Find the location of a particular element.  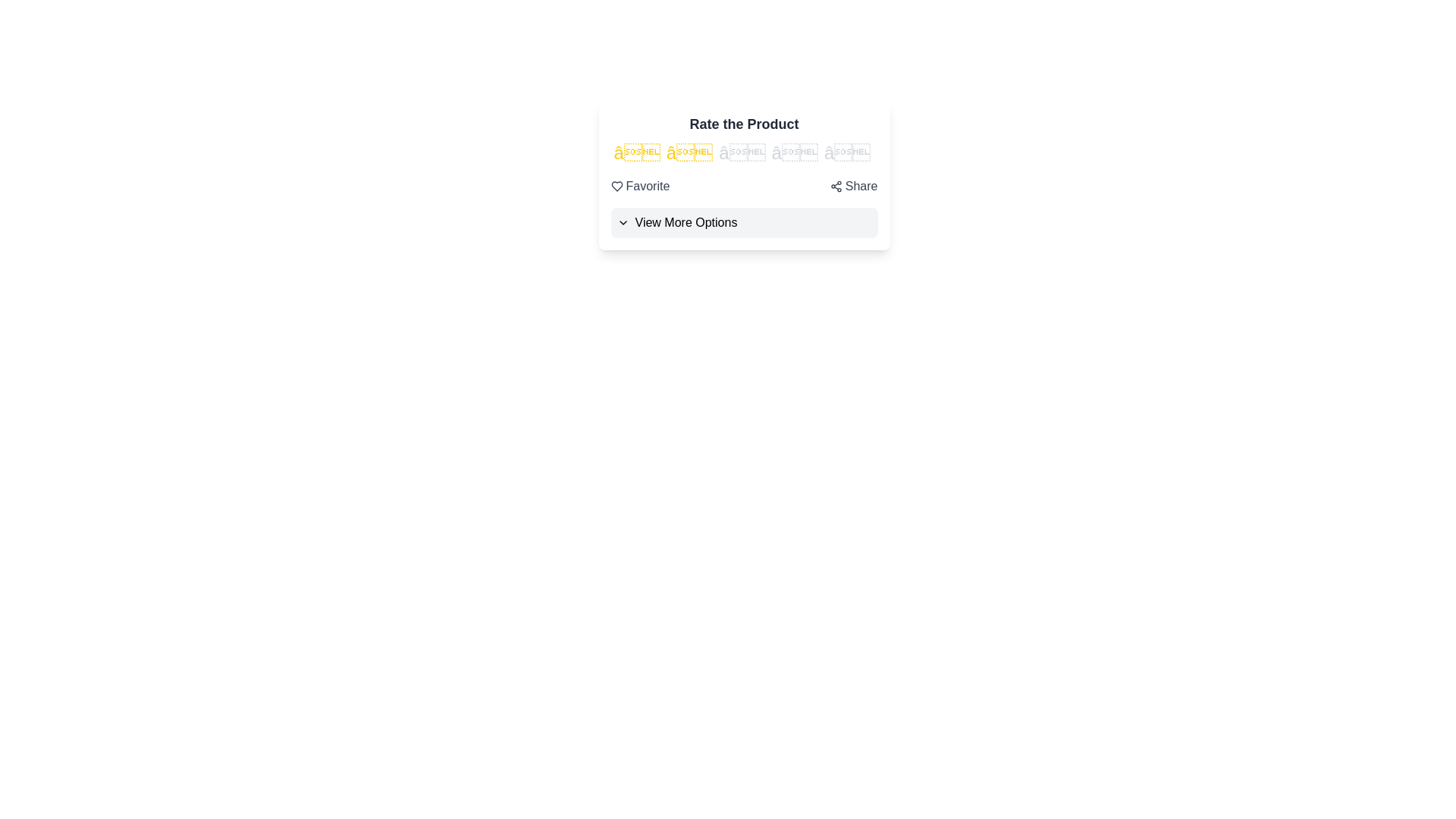

the rating to 3 stars by clicking on the corresponding star is located at coordinates (742, 152).